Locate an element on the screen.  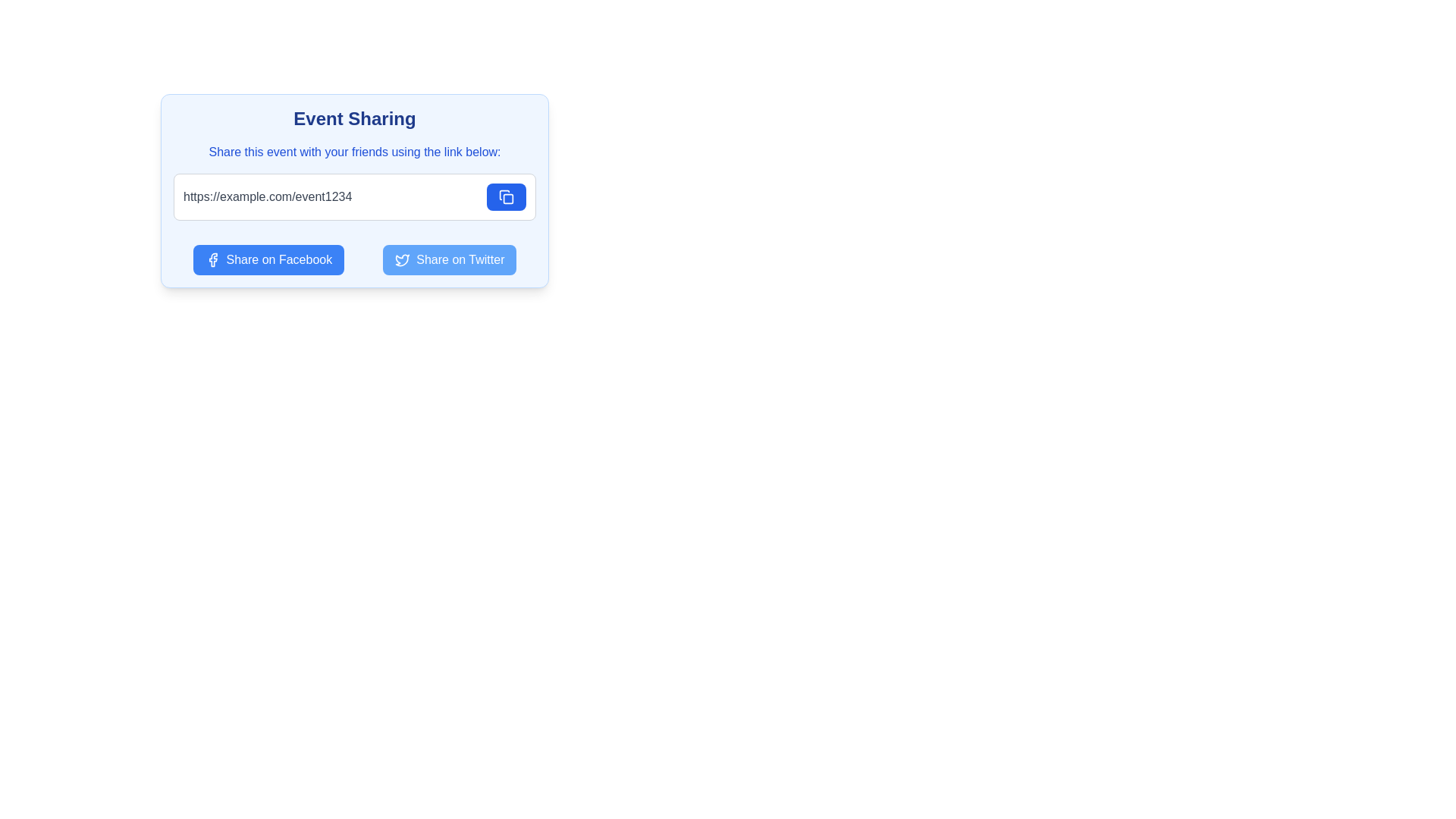
the Facebook logo icon, which is styled with an outline vector design and is located inside the 'Share on Facebook' button in the 'Event Sharing' dialog box is located at coordinates (212, 259).